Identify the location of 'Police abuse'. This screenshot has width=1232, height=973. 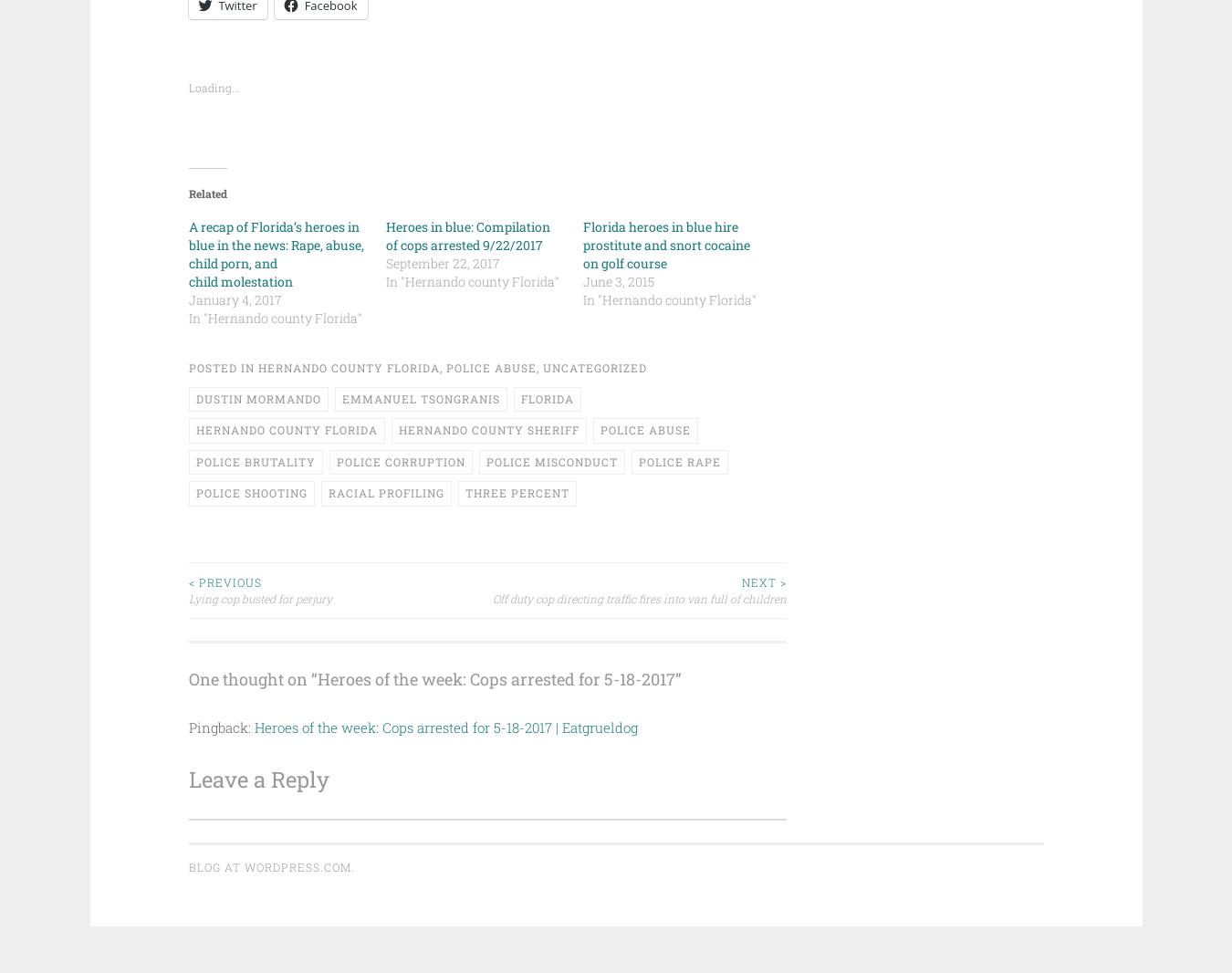
(489, 367).